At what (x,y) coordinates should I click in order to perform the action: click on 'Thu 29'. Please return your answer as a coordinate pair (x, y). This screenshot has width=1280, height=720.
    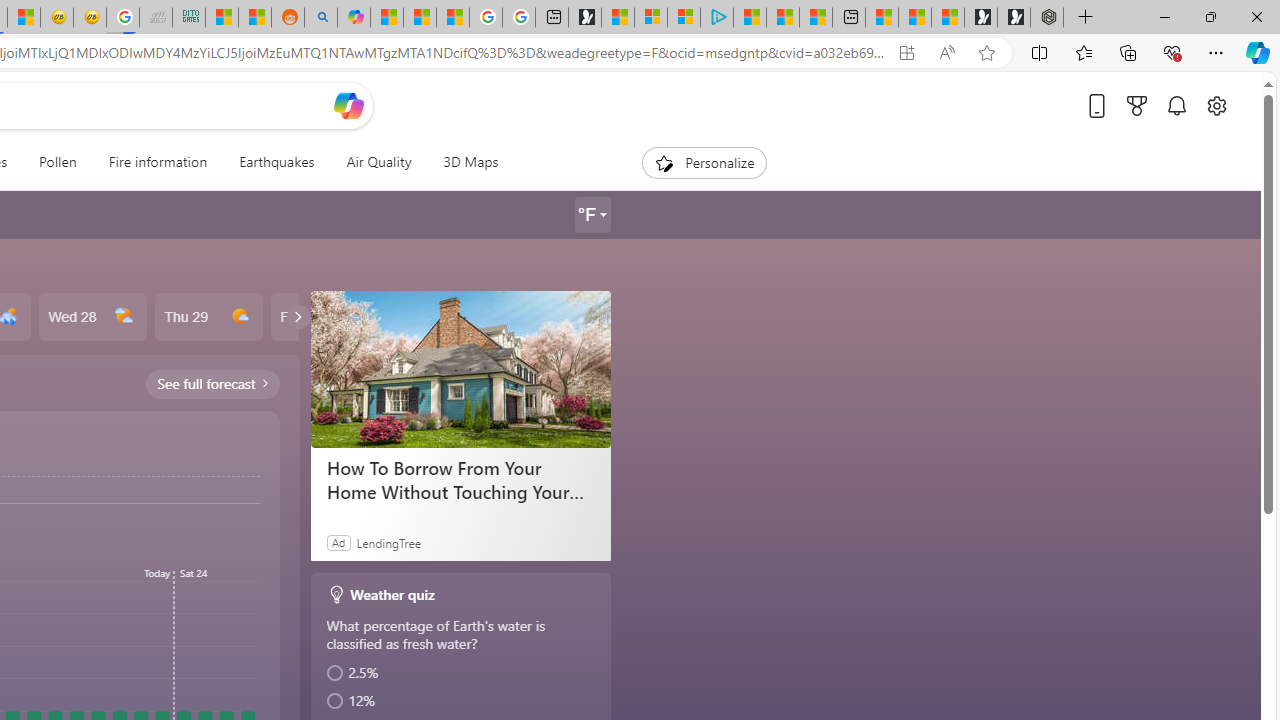
    Looking at the image, I should click on (208, 316).